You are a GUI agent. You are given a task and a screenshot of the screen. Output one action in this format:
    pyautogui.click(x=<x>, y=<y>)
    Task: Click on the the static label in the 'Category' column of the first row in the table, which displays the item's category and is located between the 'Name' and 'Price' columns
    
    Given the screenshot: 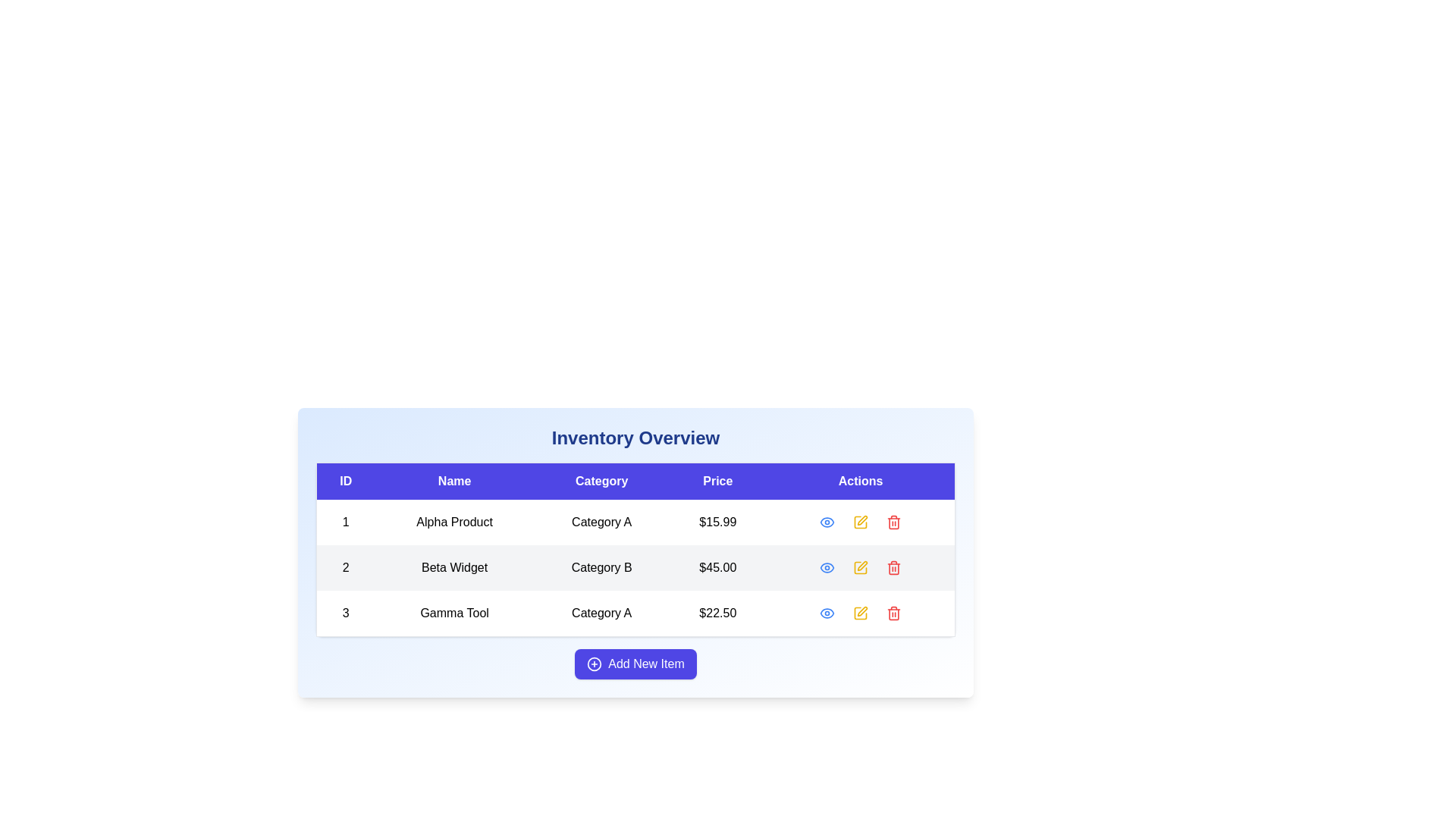 What is the action you would take?
    pyautogui.click(x=601, y=522)
    